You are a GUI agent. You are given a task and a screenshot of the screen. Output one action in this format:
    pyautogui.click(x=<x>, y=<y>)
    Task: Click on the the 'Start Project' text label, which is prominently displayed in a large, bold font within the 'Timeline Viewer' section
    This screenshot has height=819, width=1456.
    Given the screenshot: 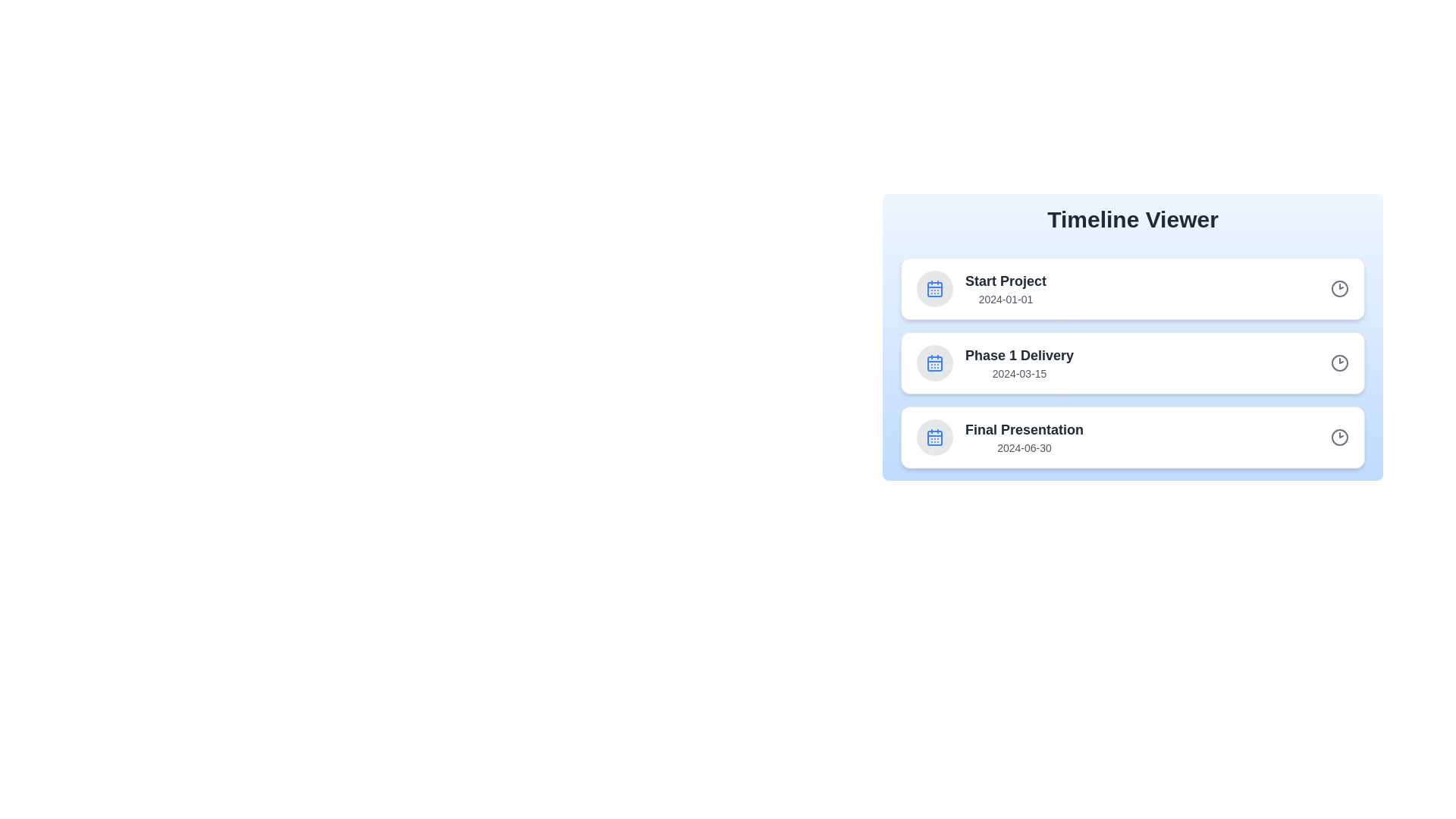 What is the action you would take?
    pyautogui.click(x=1006, y=281)
    